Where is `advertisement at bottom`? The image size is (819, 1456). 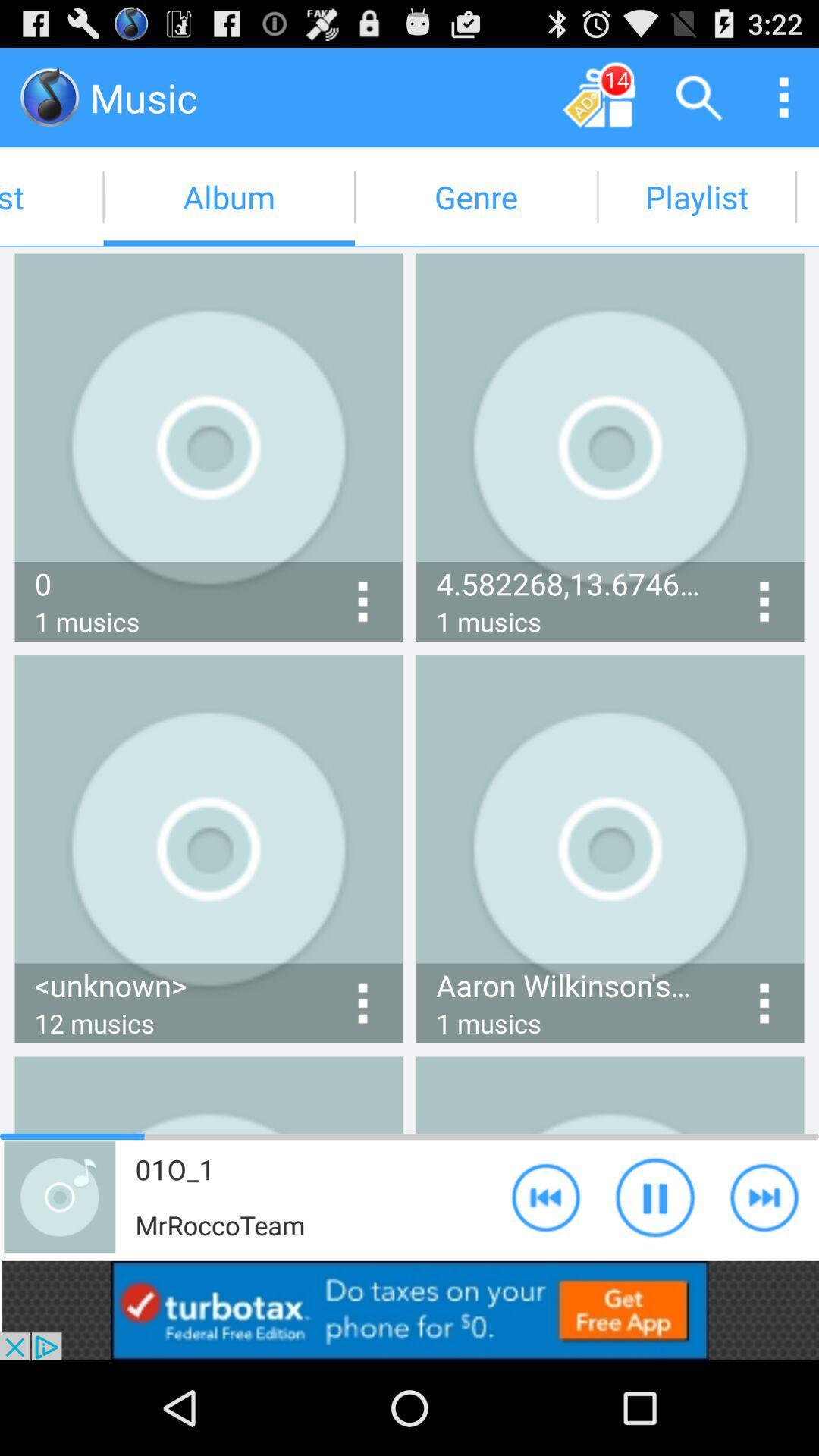 advertisement at bottom is located at coordinates (409, 1310).